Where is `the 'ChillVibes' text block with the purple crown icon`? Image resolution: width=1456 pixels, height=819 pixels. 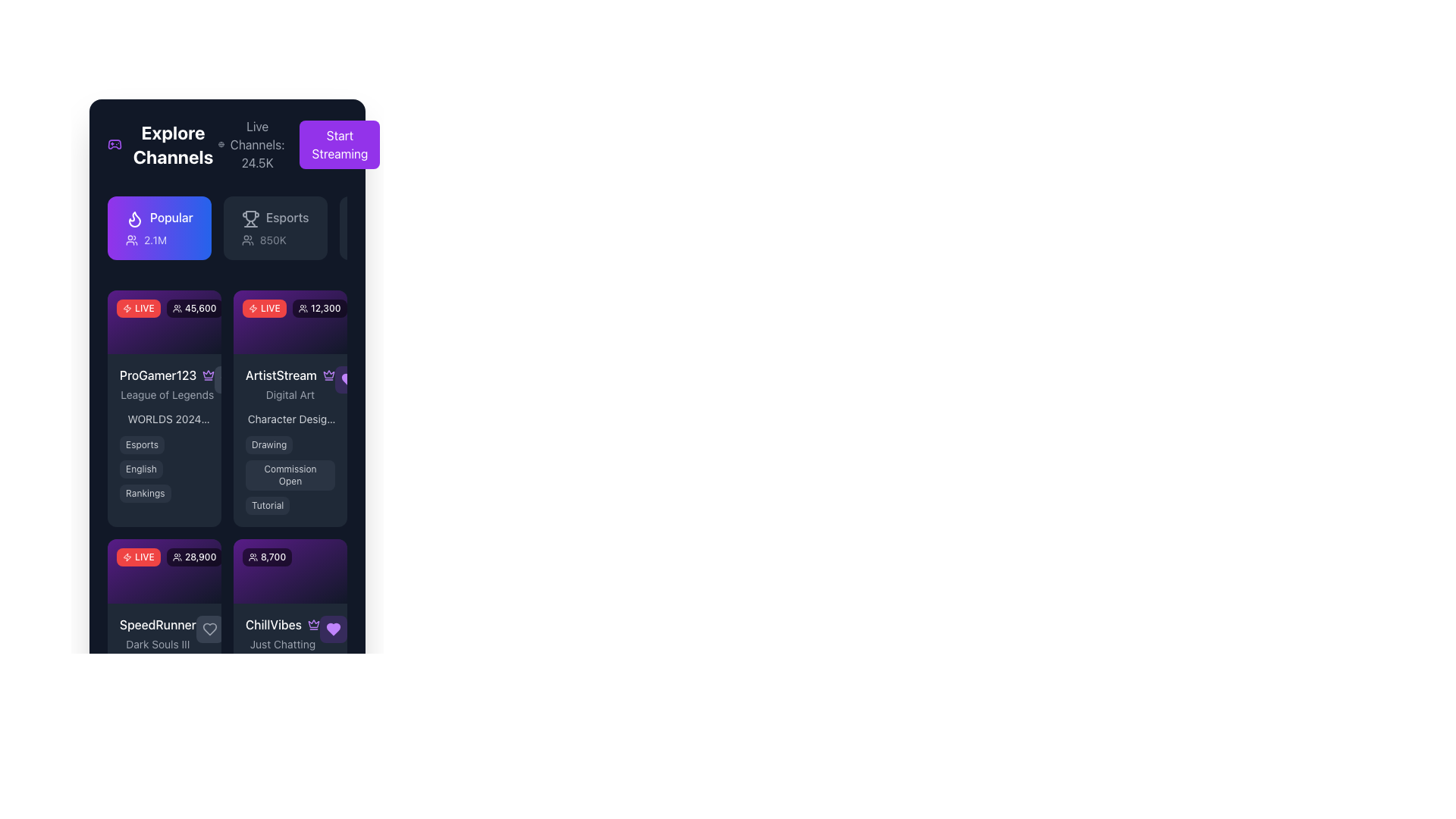
the 'ChillVibes' text block with the purple crown icon is located at coordinates (283, 633).